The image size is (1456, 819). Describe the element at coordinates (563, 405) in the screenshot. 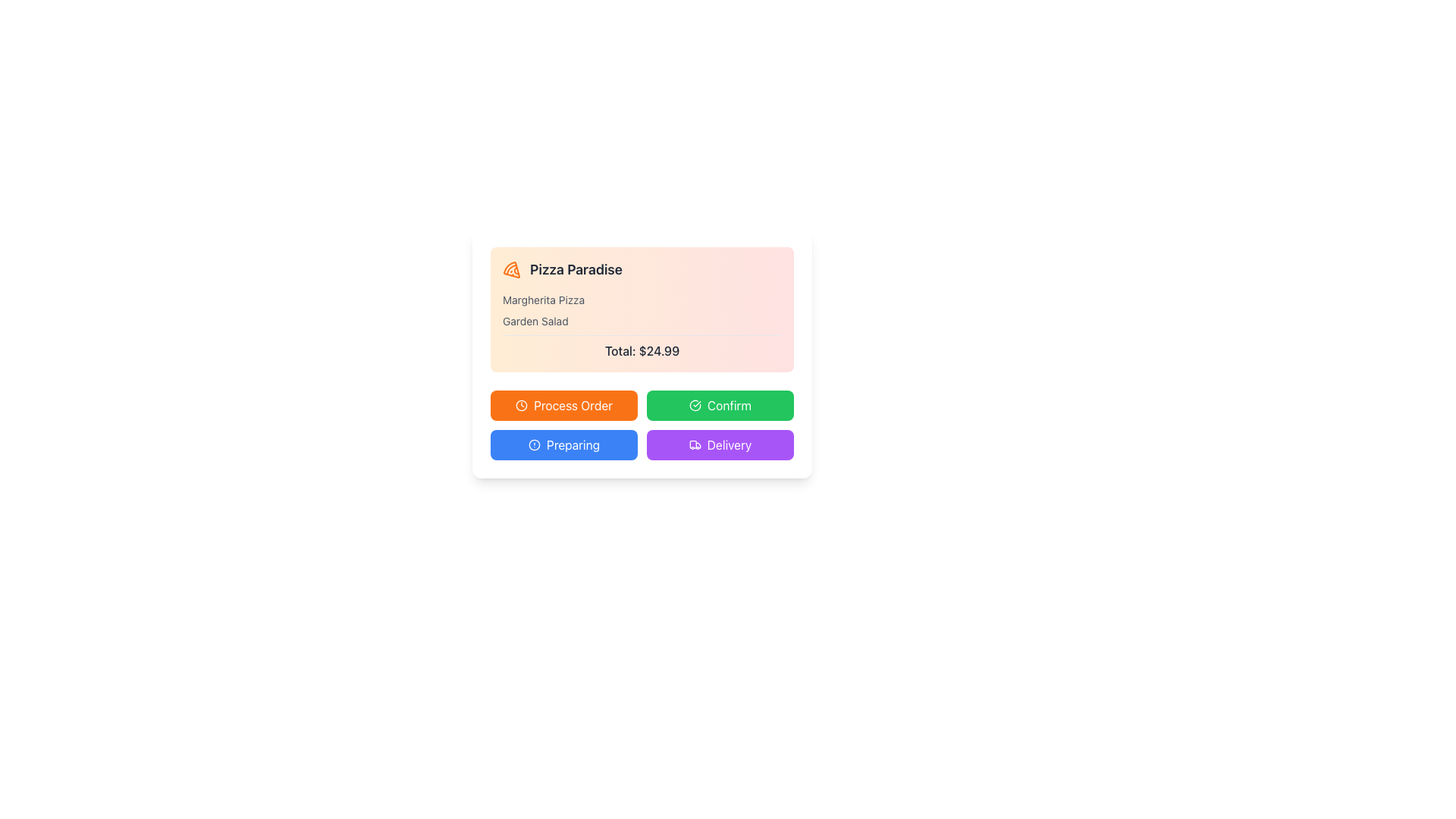

I see `the order processing button located` at that location.